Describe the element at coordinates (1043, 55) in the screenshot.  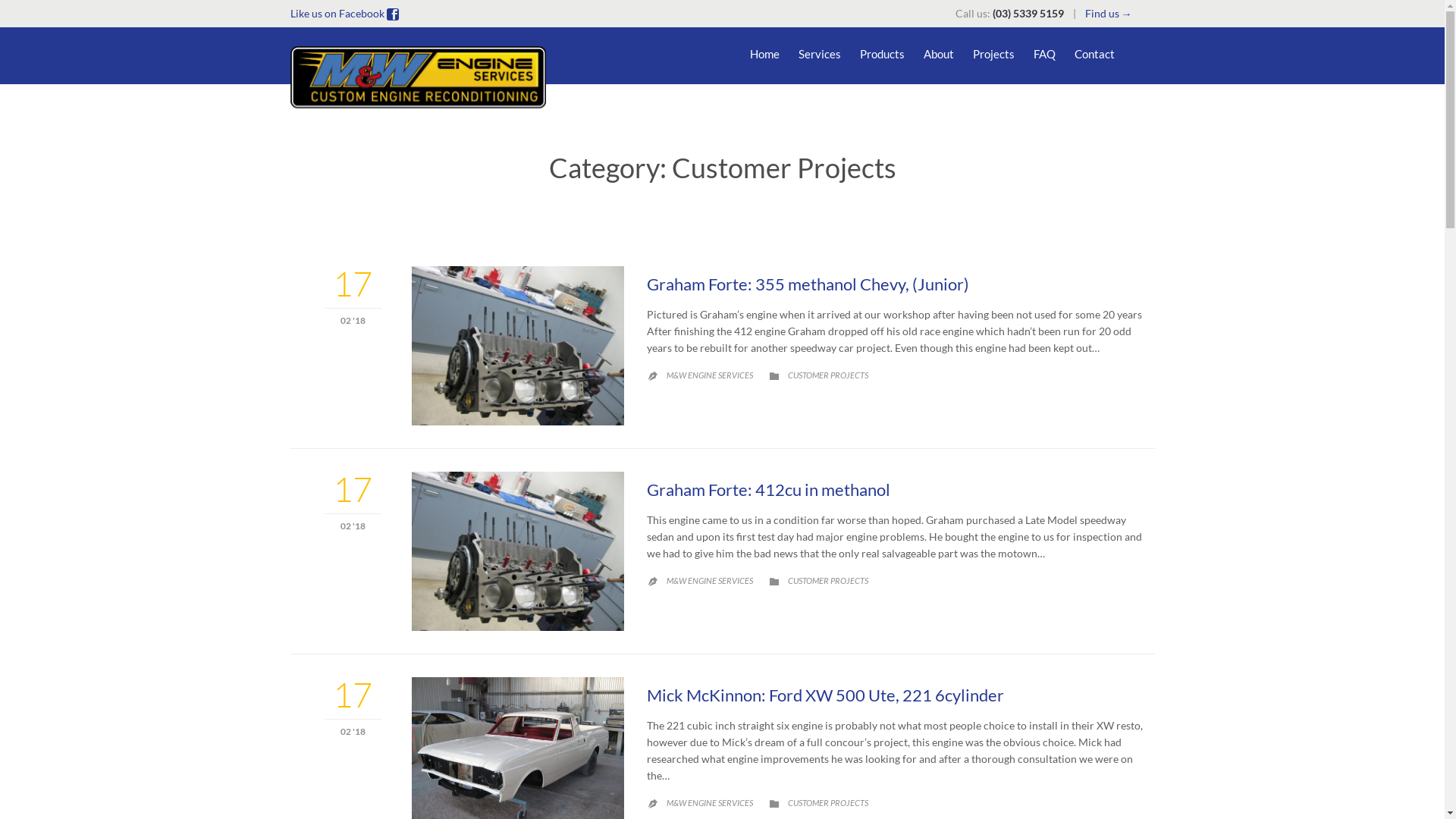
I see `'FAQ'` at that location.